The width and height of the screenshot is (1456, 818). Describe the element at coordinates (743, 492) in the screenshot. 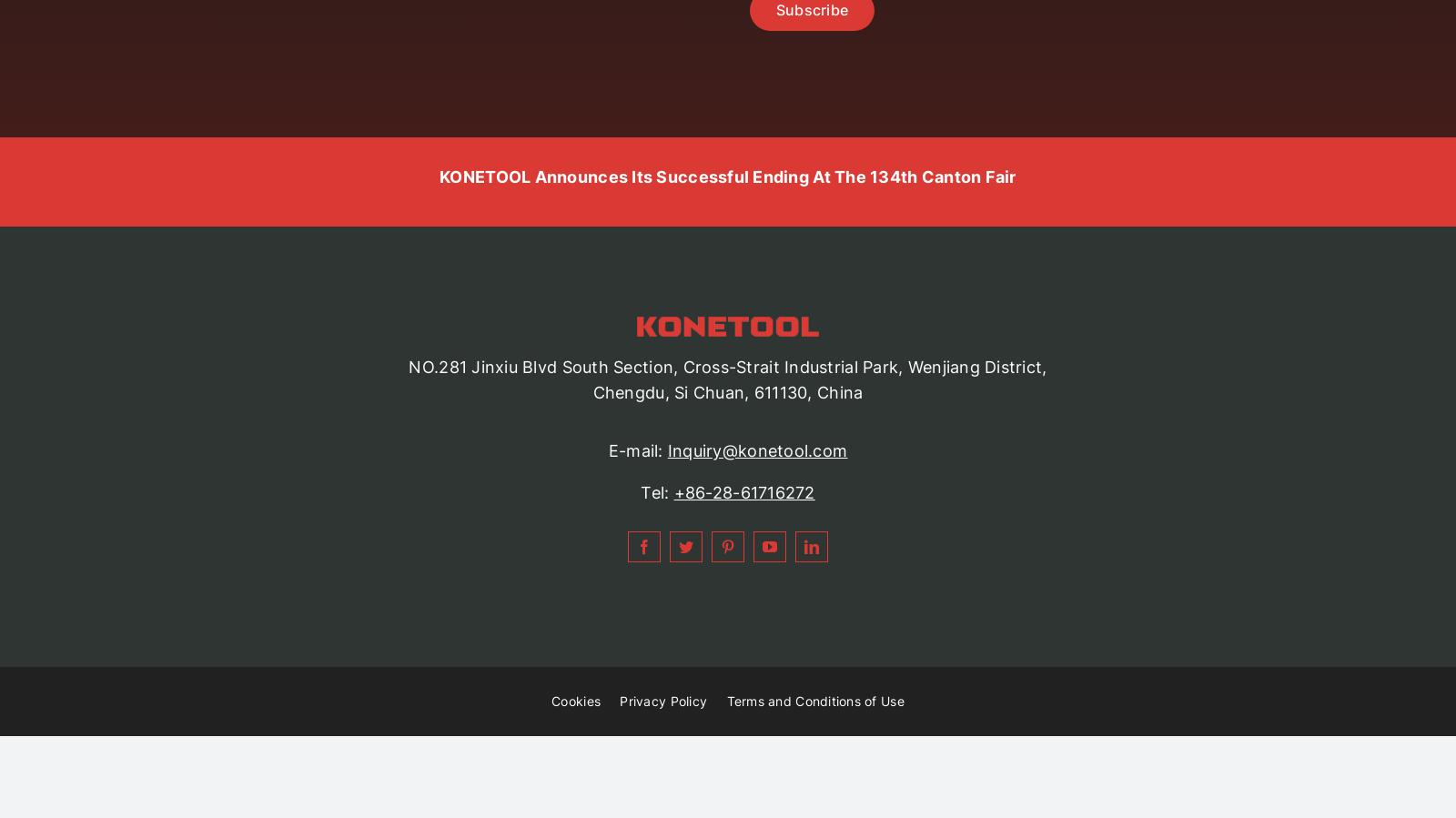

I see `'+86-28-61716272'` at that location.